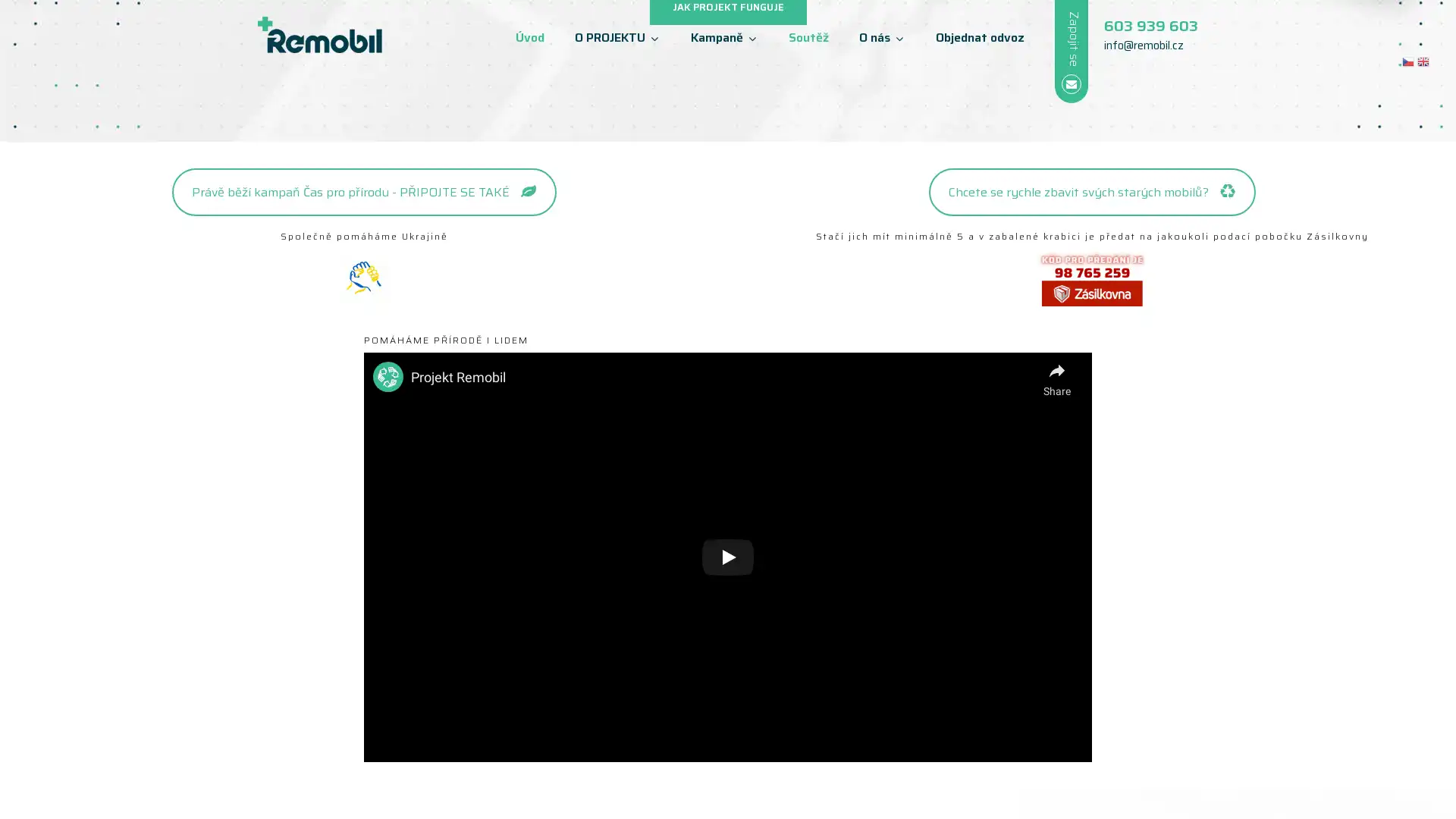  I want to click on next arrow, so click(1416, 245).